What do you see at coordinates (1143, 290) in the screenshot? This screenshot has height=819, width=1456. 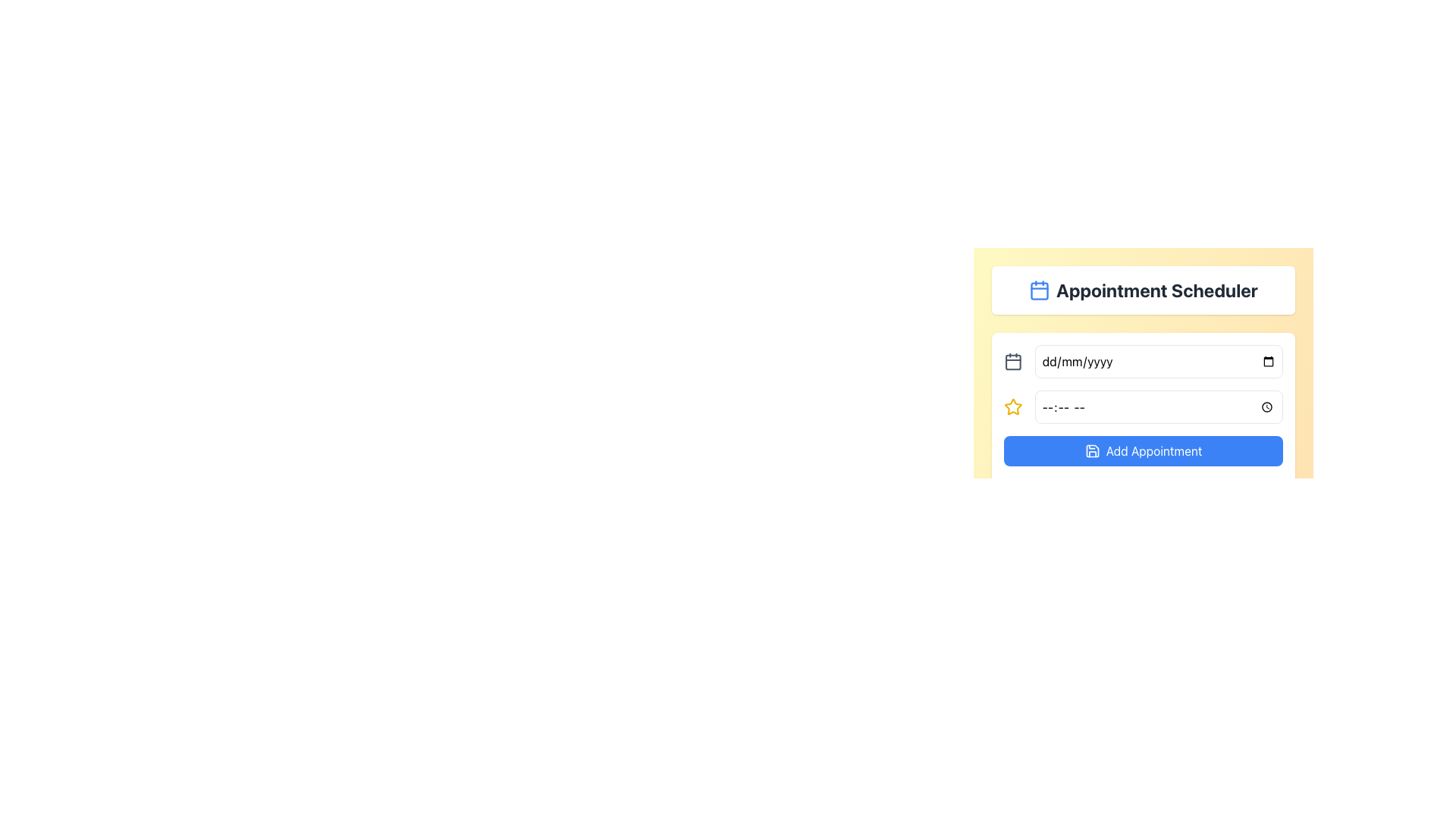 I see `the content of the Header or Title Bar displaying 'Appointment Scheduler' with a calendar icon on the left` at bounding box center [1143, 290].